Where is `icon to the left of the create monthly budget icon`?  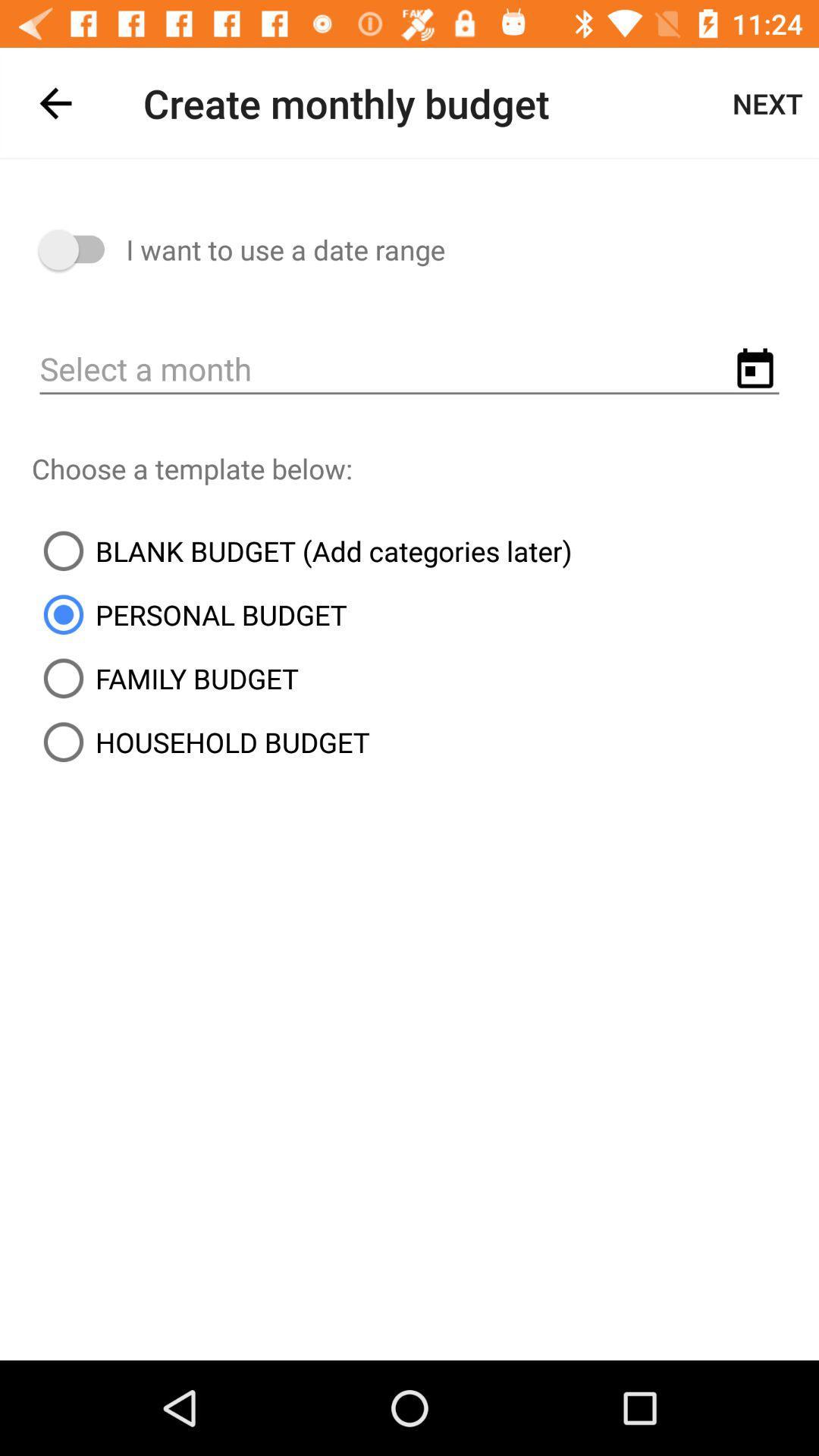 icon to the left of the create monthly budget icon is located at coordinates (55, 102).